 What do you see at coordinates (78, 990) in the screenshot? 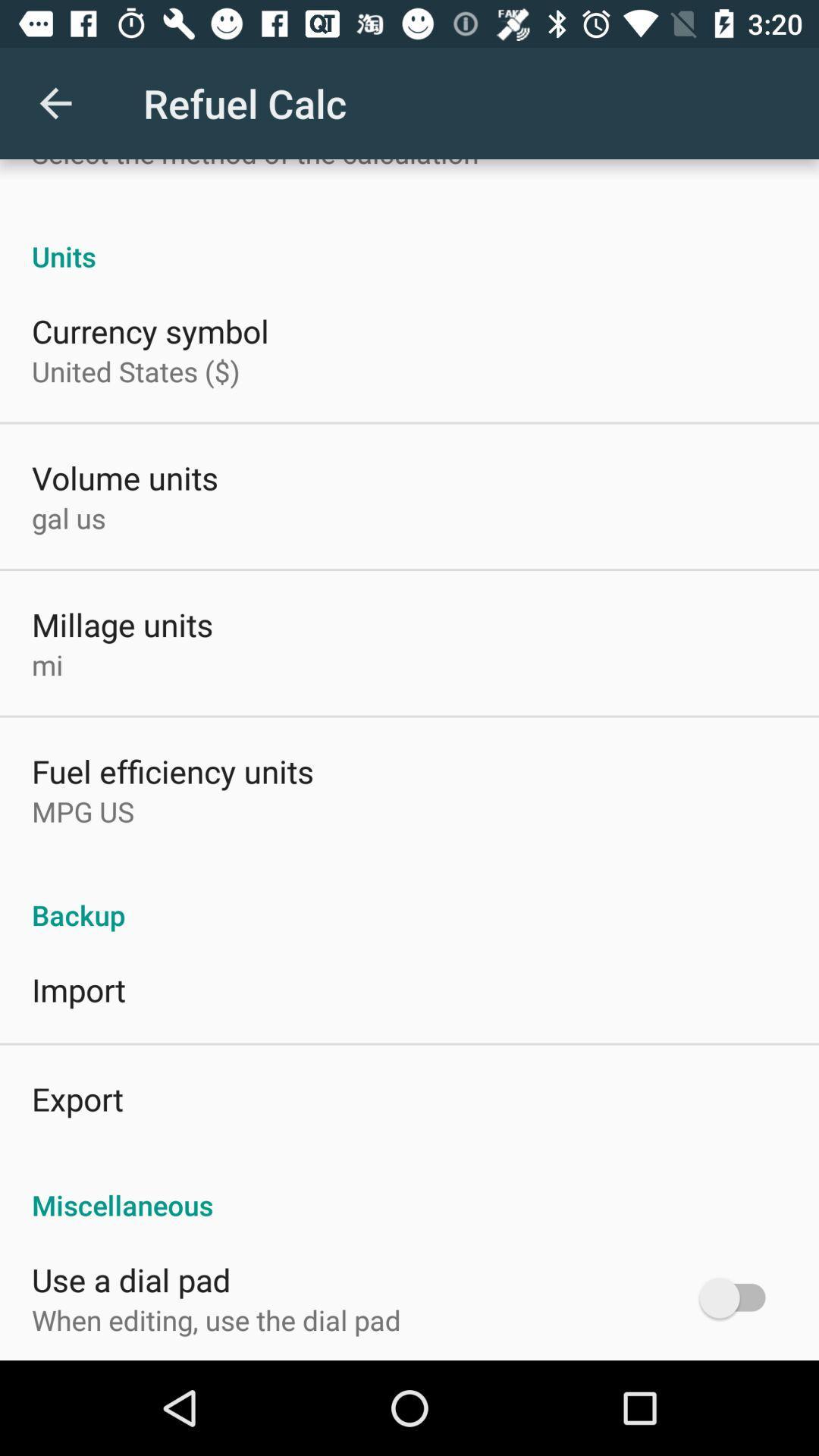
I see `the item below backup app` at bounding box center [78, 990].